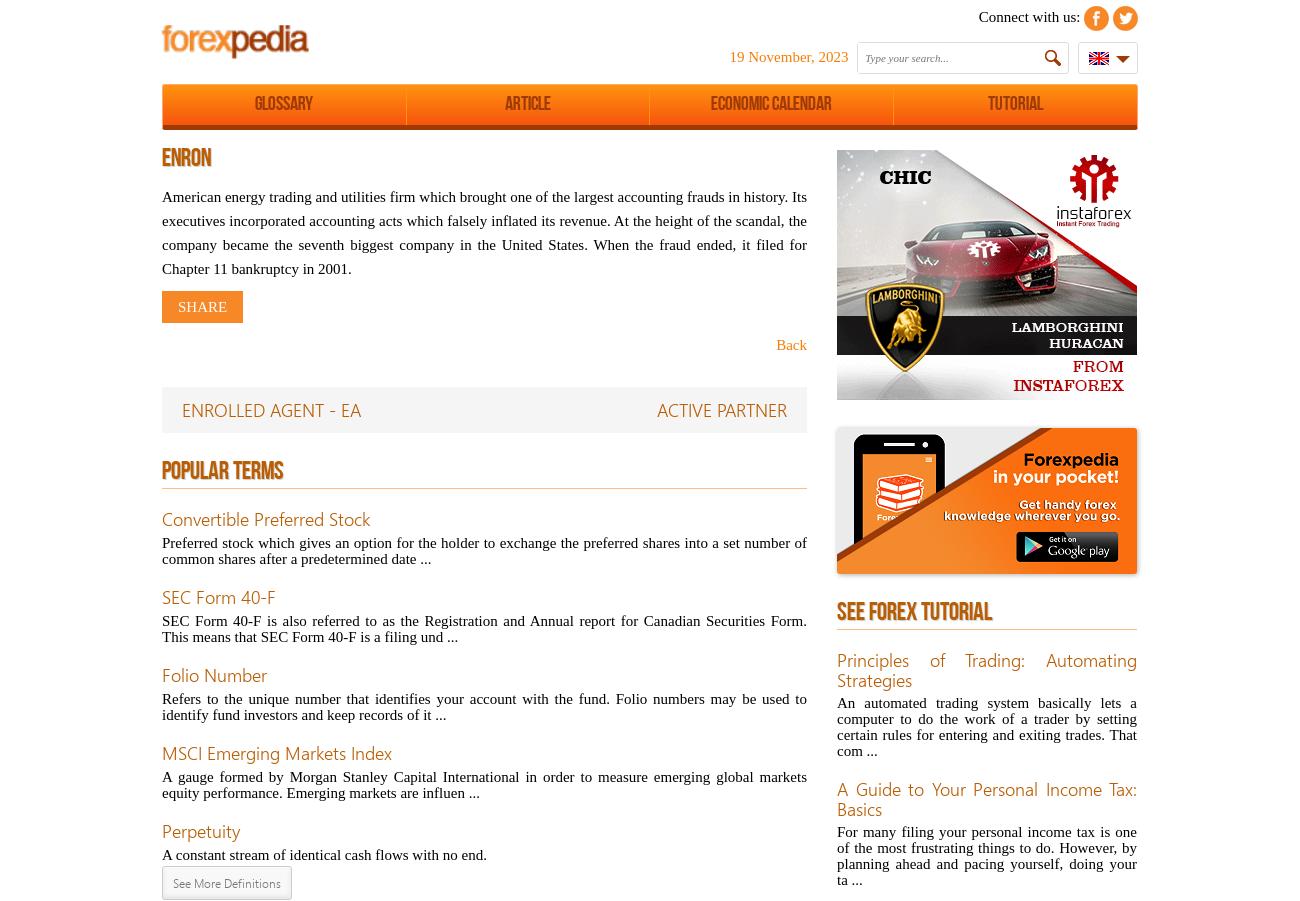 The width and height of the screenshot is (1300, 901). Describe the element at coordinates (218, 596) in the screenshot. I see `'SEC Form 40-F'` at that location.